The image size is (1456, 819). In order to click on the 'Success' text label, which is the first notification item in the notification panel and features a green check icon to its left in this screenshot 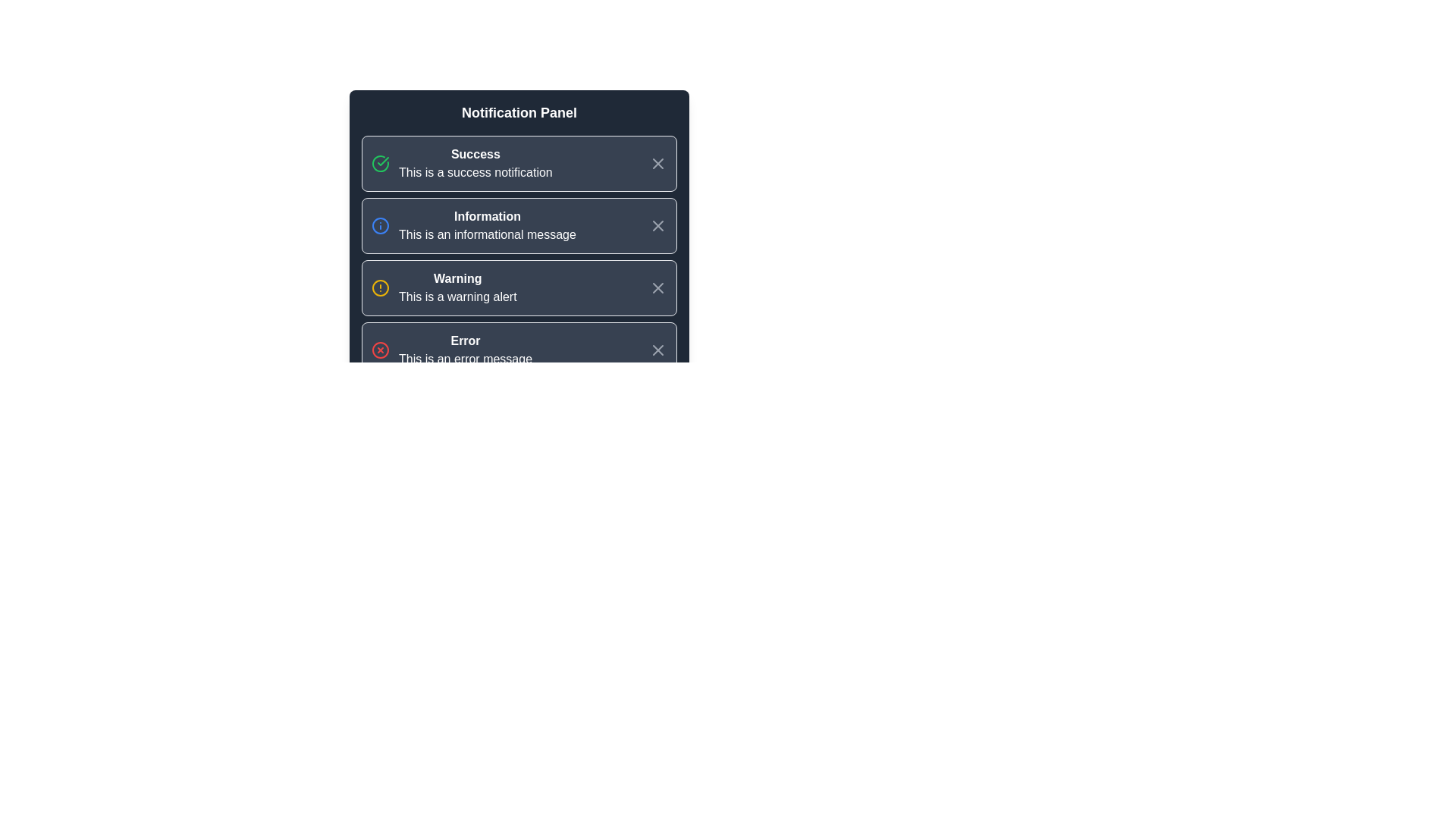, I will do `click(475, 155)`.